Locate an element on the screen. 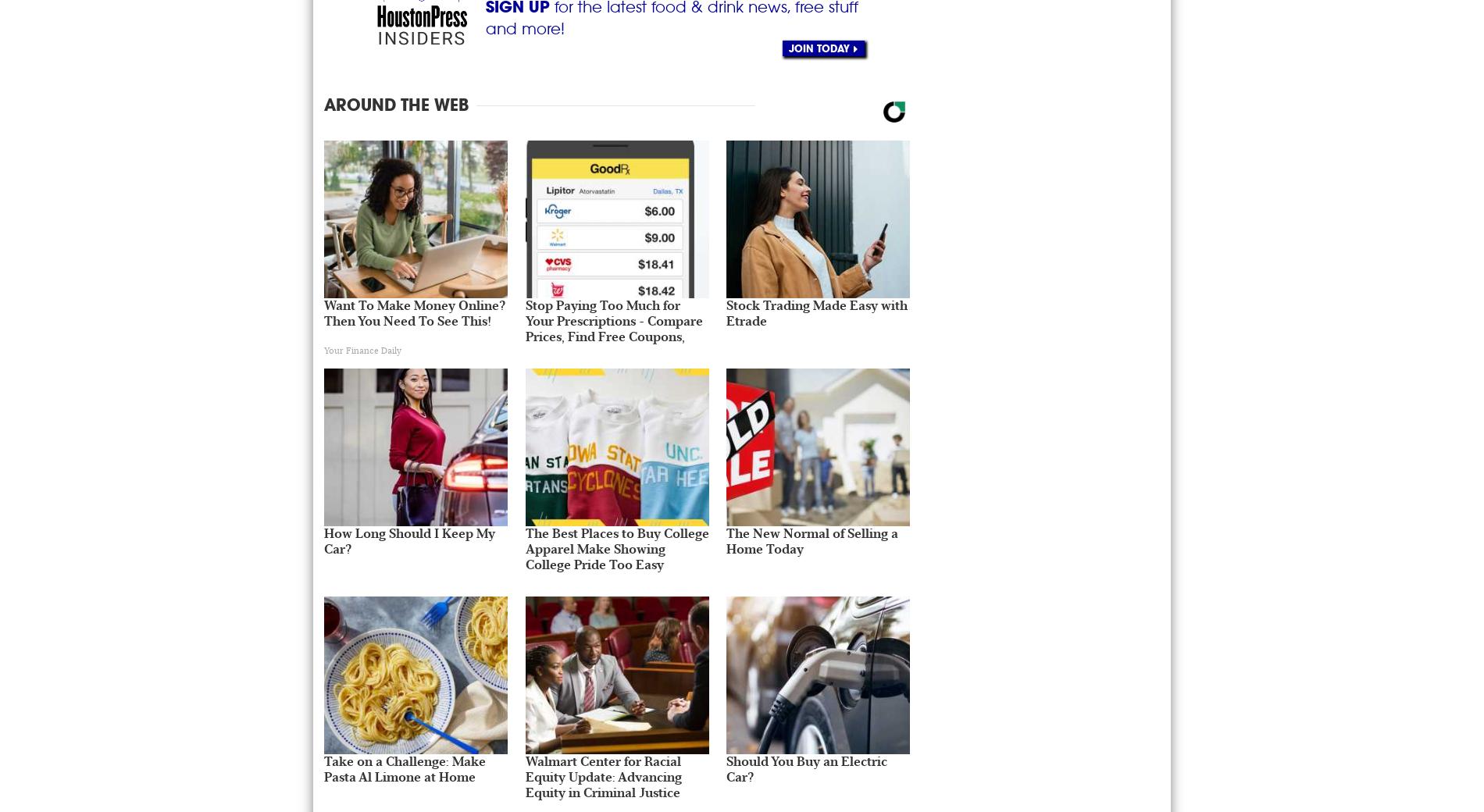  'Stop Paying Too Much for Your Prescriptions - Compare Prices, Find Free Coupons,' is located at coordinates (612, 320).